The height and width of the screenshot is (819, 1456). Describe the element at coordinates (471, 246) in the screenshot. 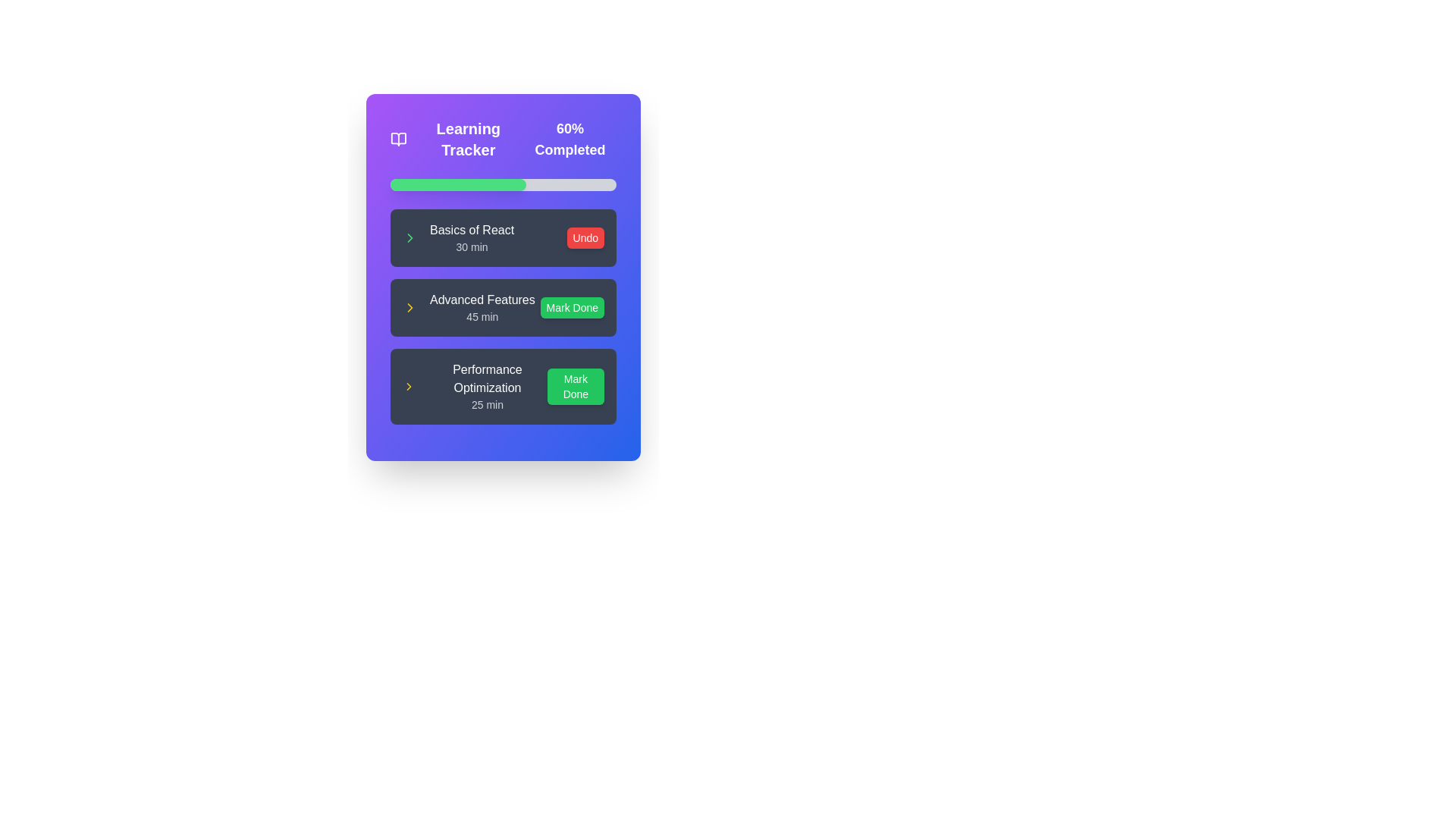

I see `text label that indicates the duration of the 'Basics of React' lesson, located beneath the lesson title in a dark gray section` at that location.